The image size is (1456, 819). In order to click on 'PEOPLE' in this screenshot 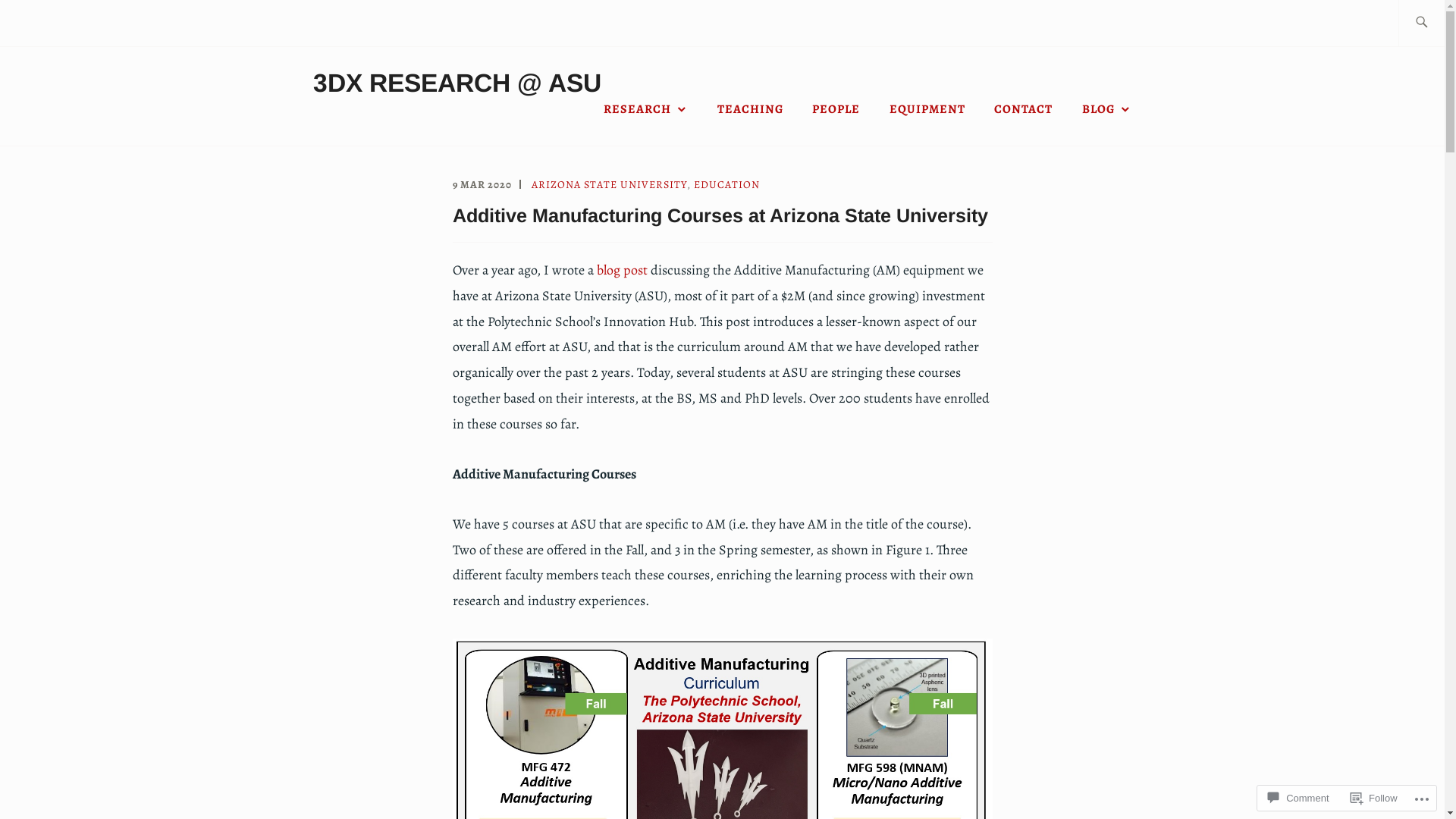, I will do `click(835, 108)`.